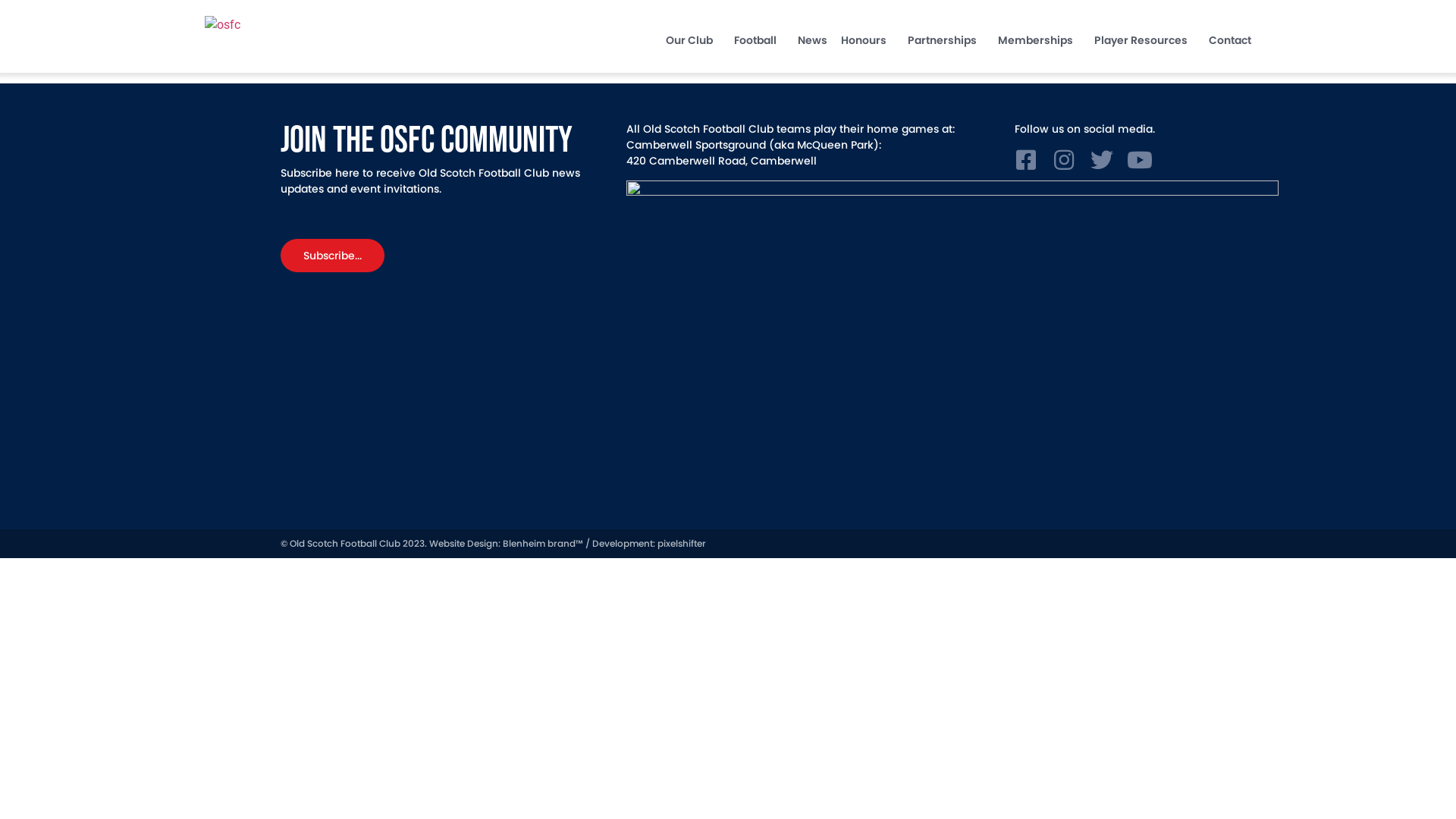 The height and width of the screenshot is (819, 1456). Describe the element at coordinates (692, 39) in the screenshot. I see `'Our Club'` at that location.